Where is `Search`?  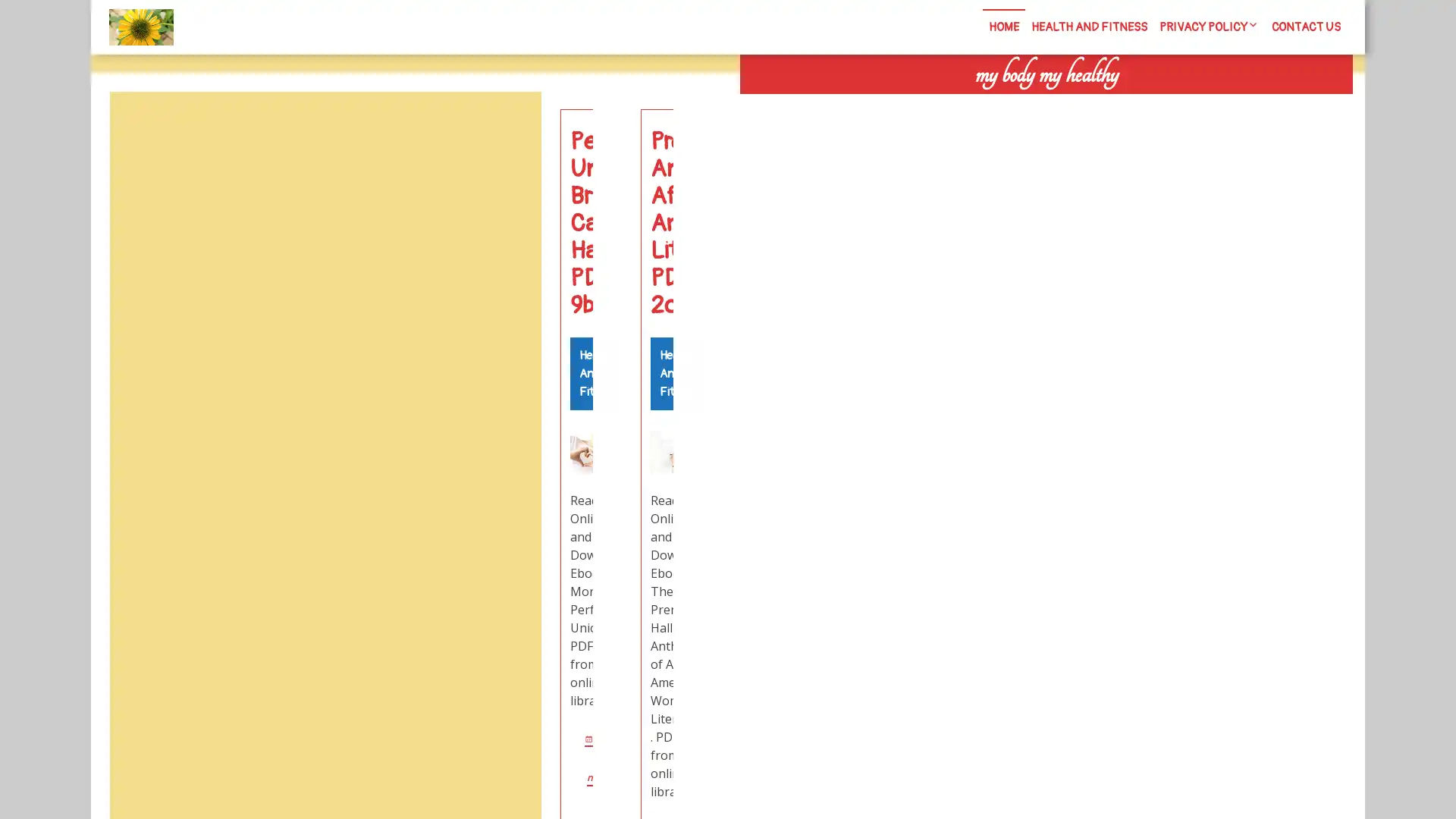
Search is located at coordinates (1181, 106).